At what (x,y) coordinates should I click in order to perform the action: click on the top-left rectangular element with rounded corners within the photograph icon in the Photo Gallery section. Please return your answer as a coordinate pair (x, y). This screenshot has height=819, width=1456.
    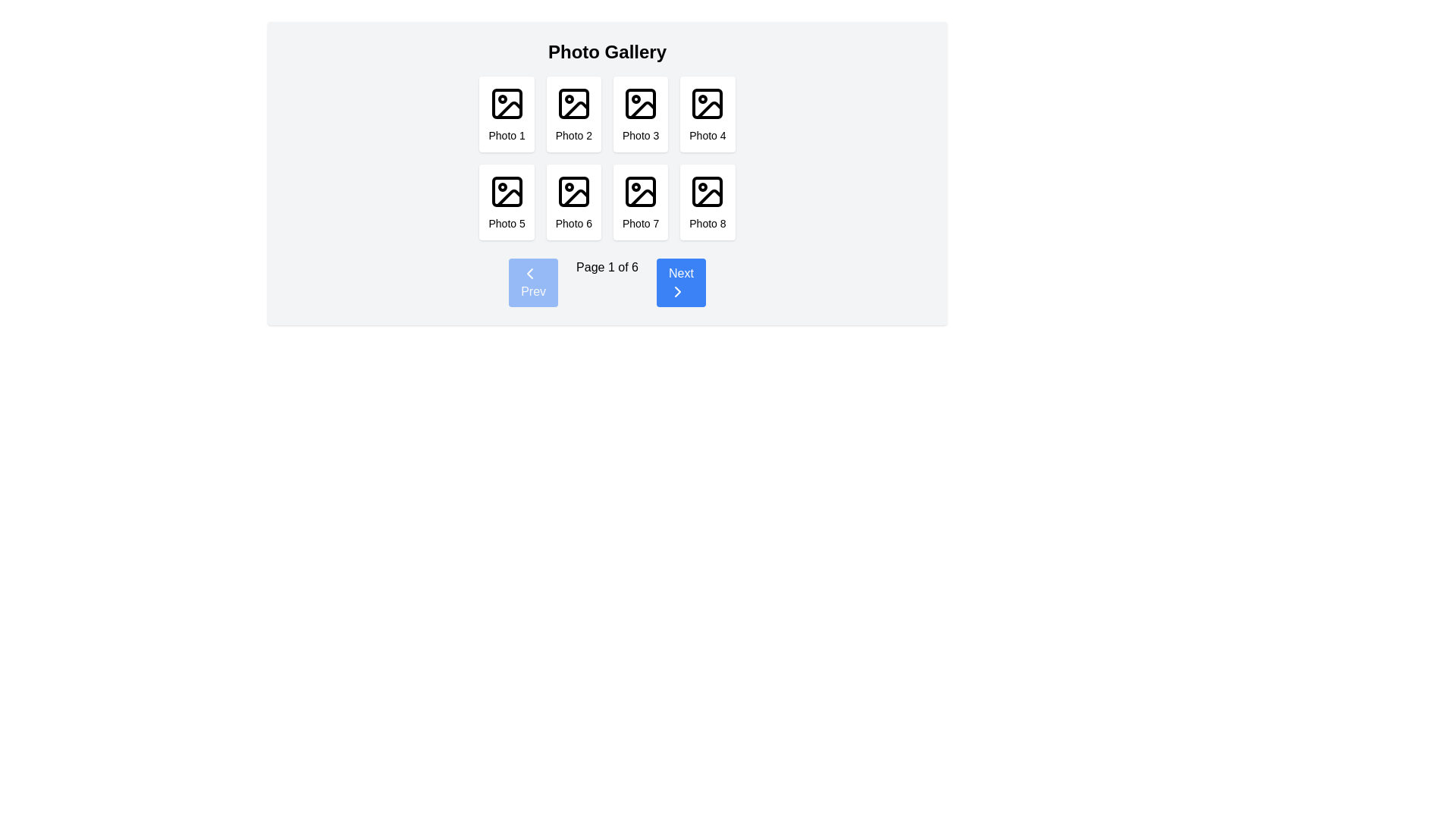
    Looking at the image, I should click on (507, 103).